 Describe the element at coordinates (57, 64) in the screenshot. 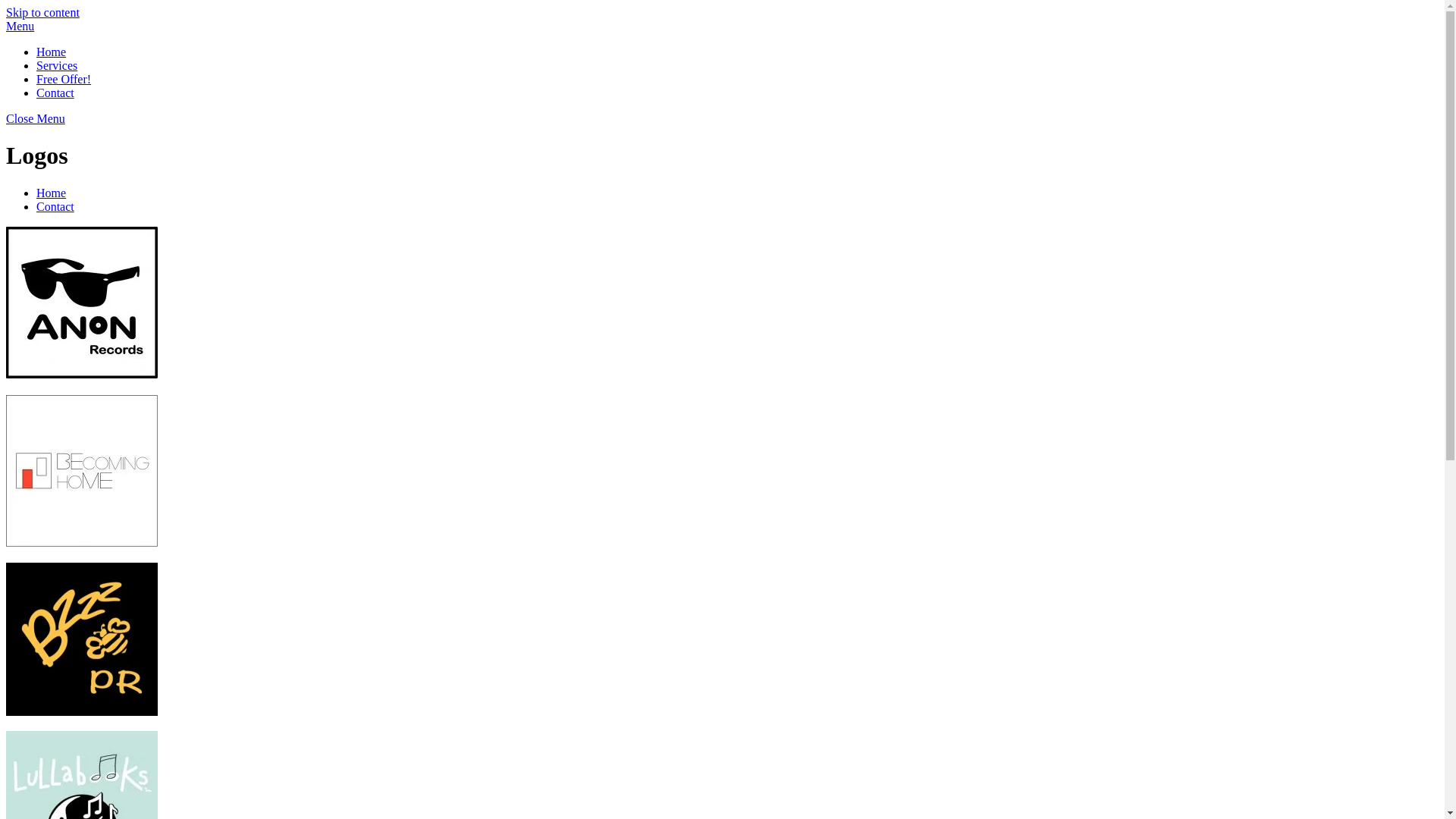

I see `'Services'` at that location.